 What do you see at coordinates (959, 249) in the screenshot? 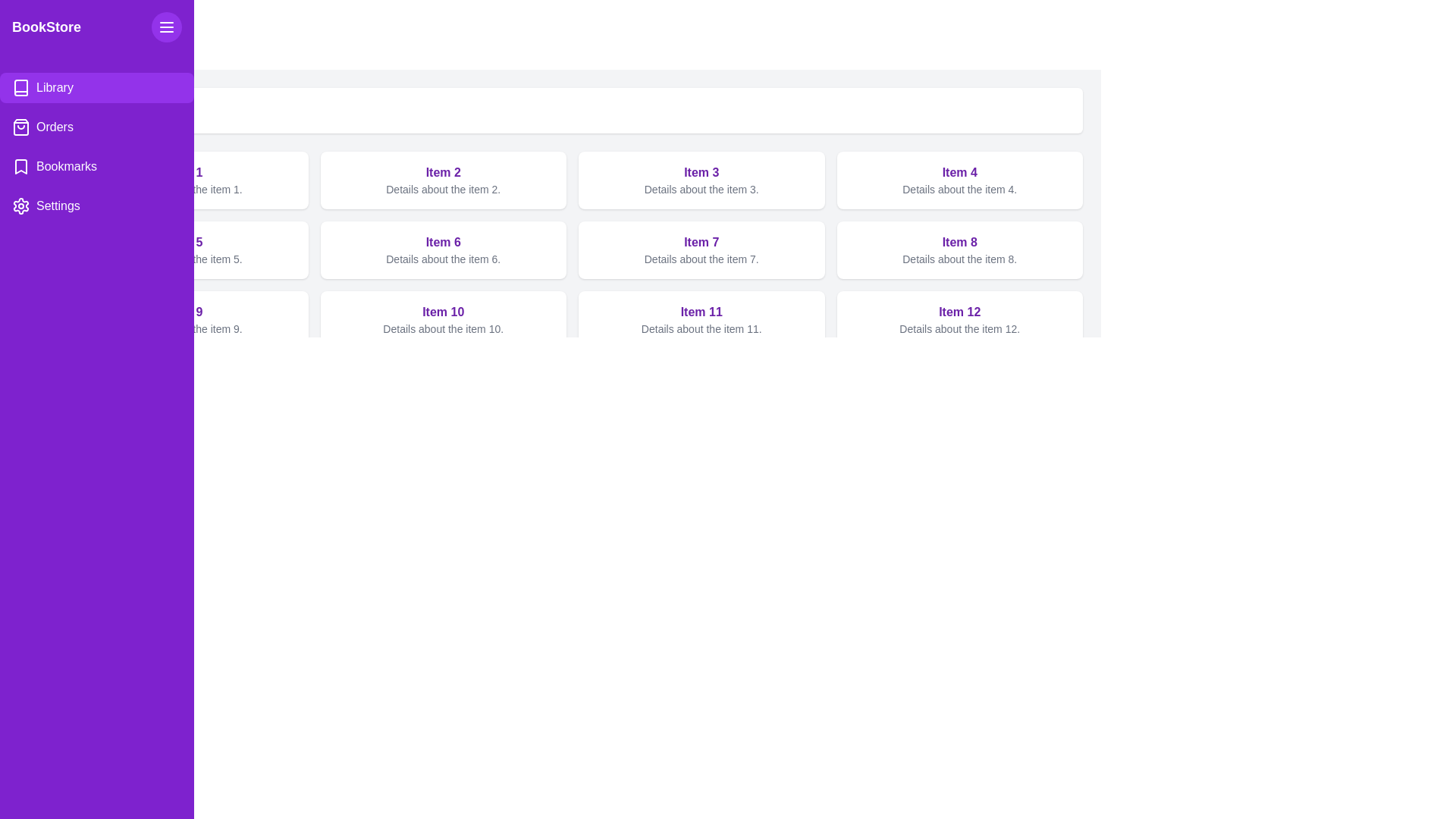
I see `information displayed on the eighth card in the grid layout, which provides the item's name and a brief description` at bounding box center [959, 249].